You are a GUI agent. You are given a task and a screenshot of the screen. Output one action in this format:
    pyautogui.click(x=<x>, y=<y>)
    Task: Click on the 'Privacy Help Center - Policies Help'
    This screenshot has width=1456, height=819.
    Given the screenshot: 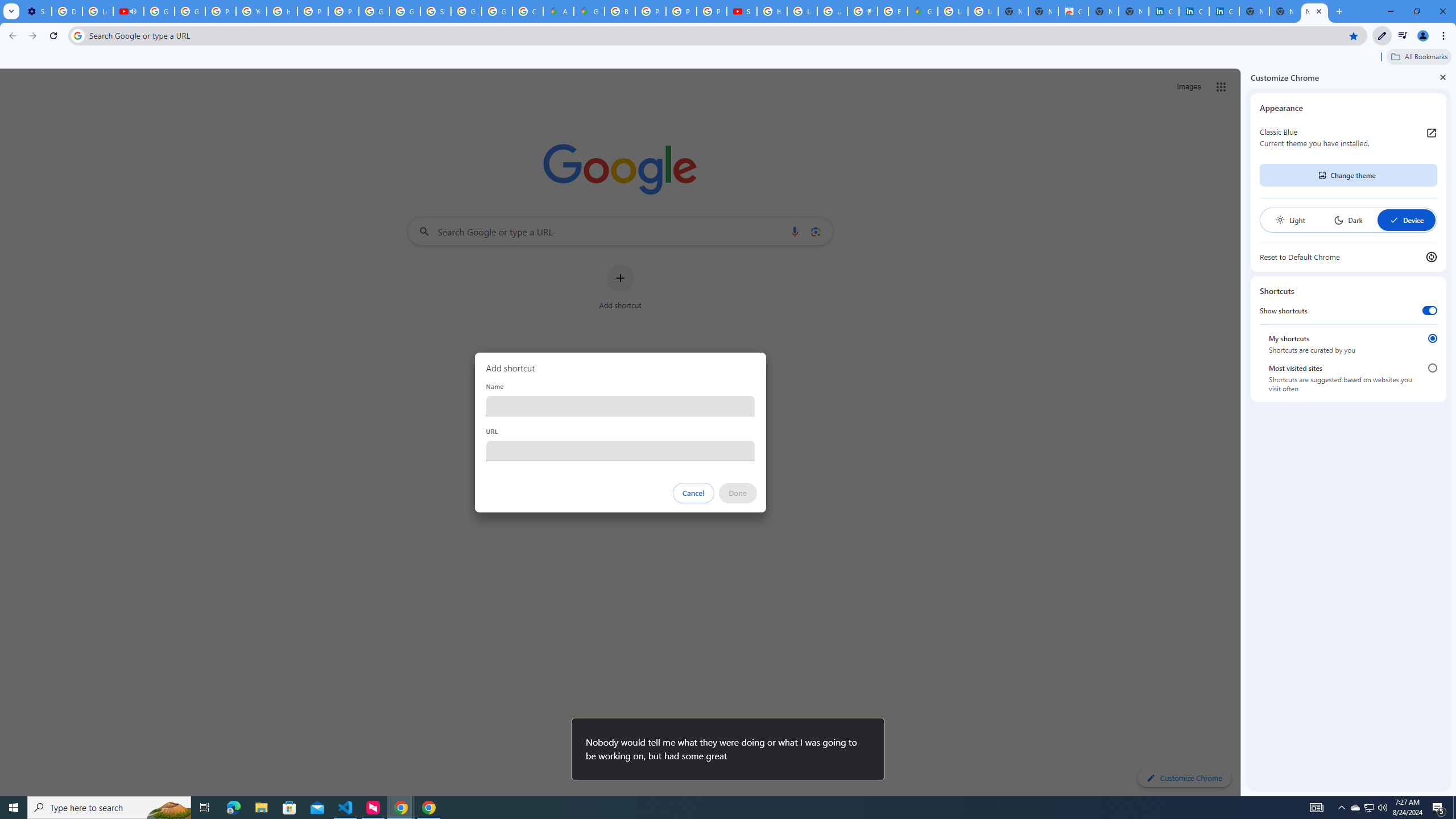 What is the action you would take?
    pyautogui.click(x=681, y=11)
    